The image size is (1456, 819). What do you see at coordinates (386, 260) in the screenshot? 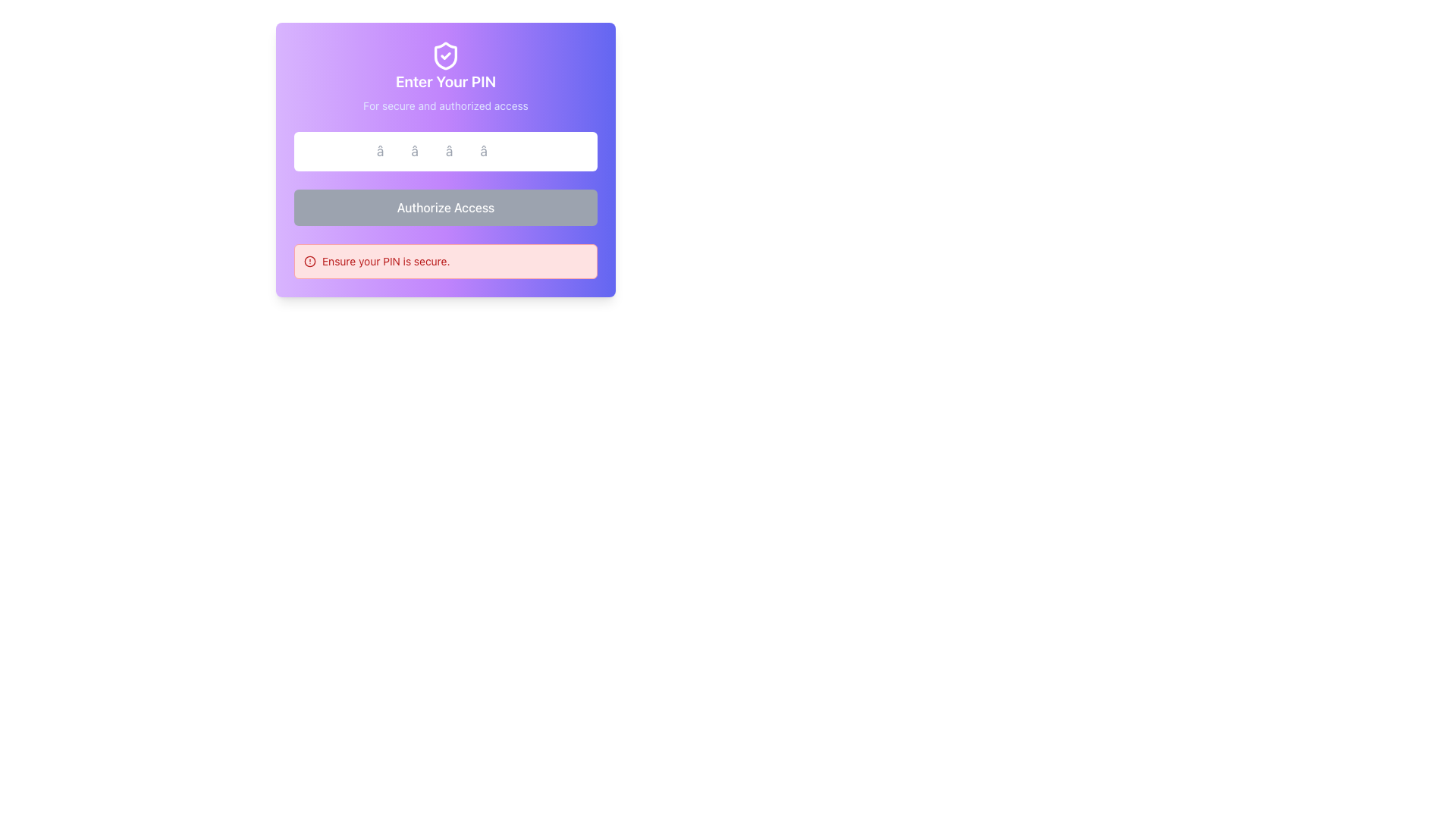
I see `message displayed in the text label that says 'Ensure your PIN is secure.' which is located within a notification area with a red border and light red background` at bounding box center [386, 260].